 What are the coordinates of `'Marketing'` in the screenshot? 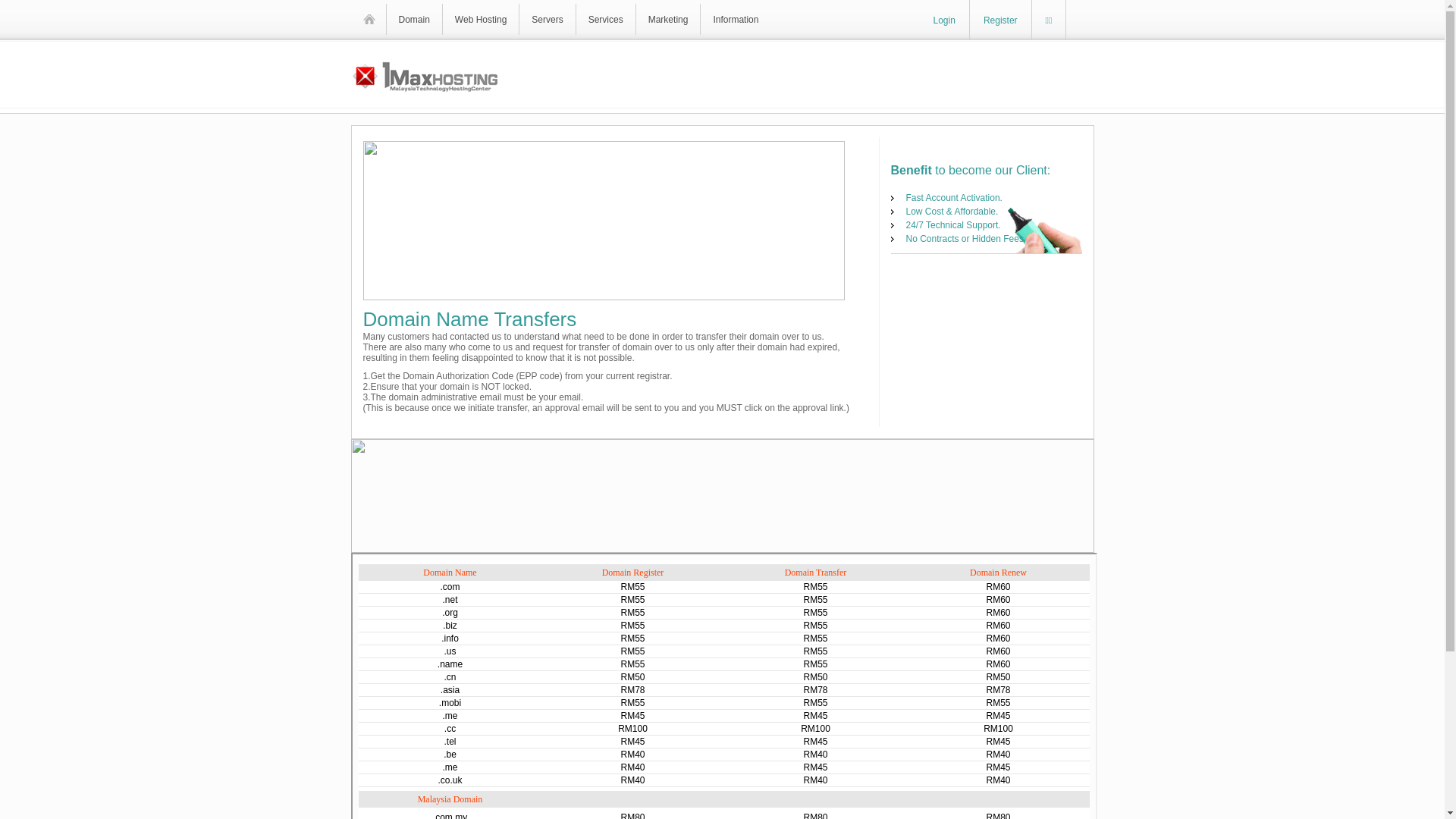 It's located at (667, 19).